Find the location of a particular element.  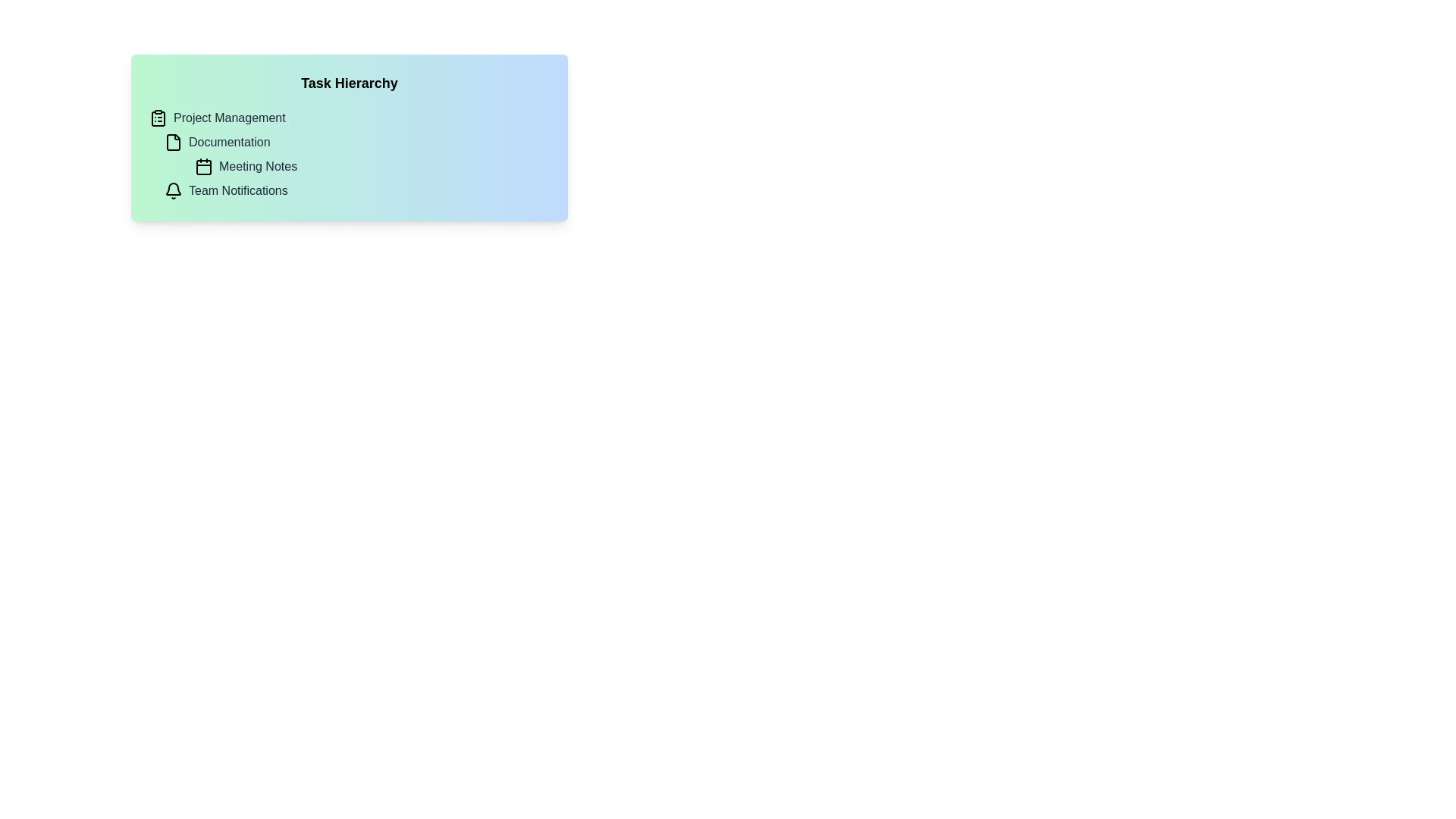

the 'Meeting Notes' text label, which is the third item in the vertical list of categories under the 'Task Hierarchy' section is located at coordinates (258, 166).